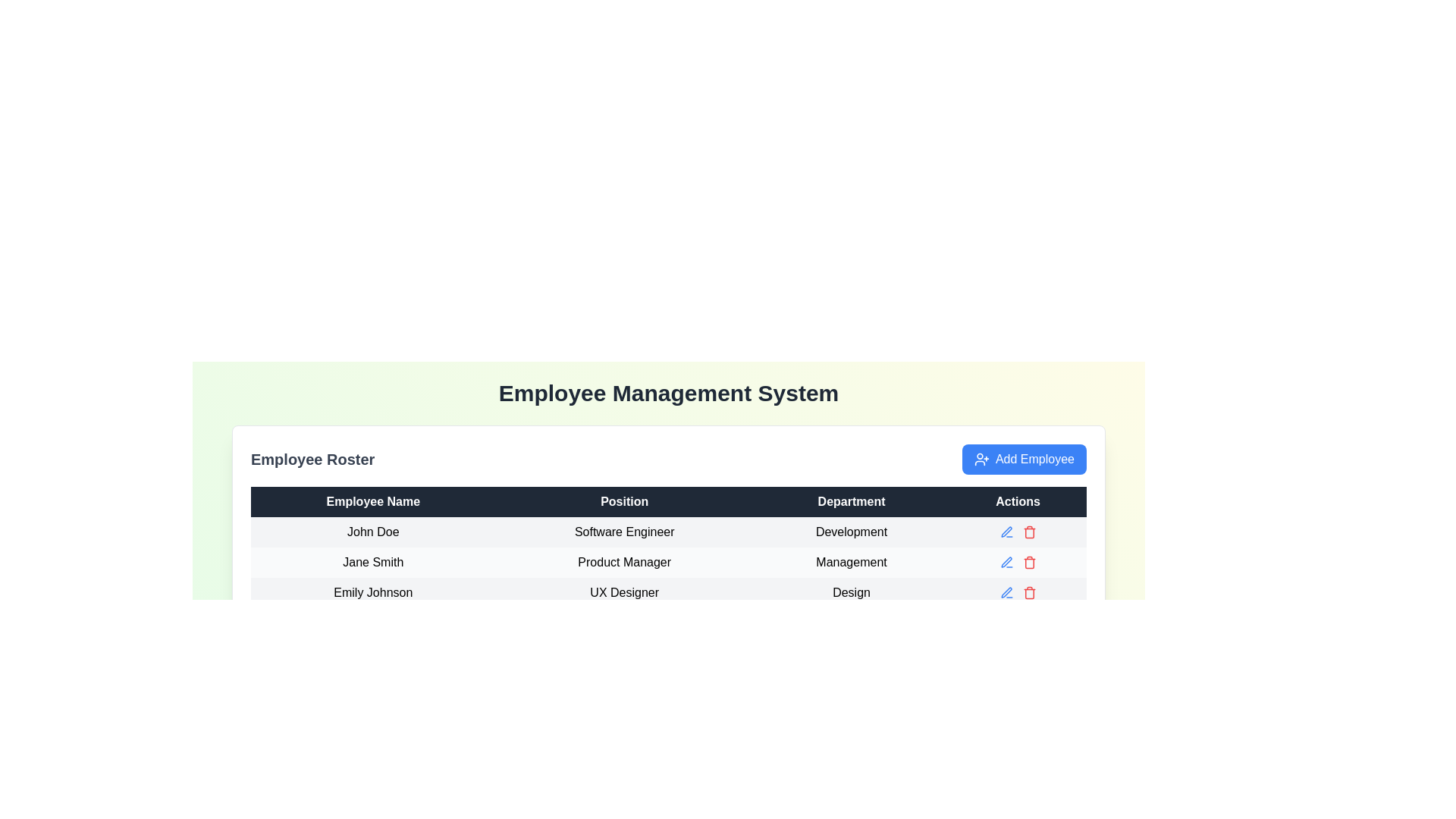  Describe the element at coordinates (1006, 531) in the screenshot. I see `the pen icon` at that location.